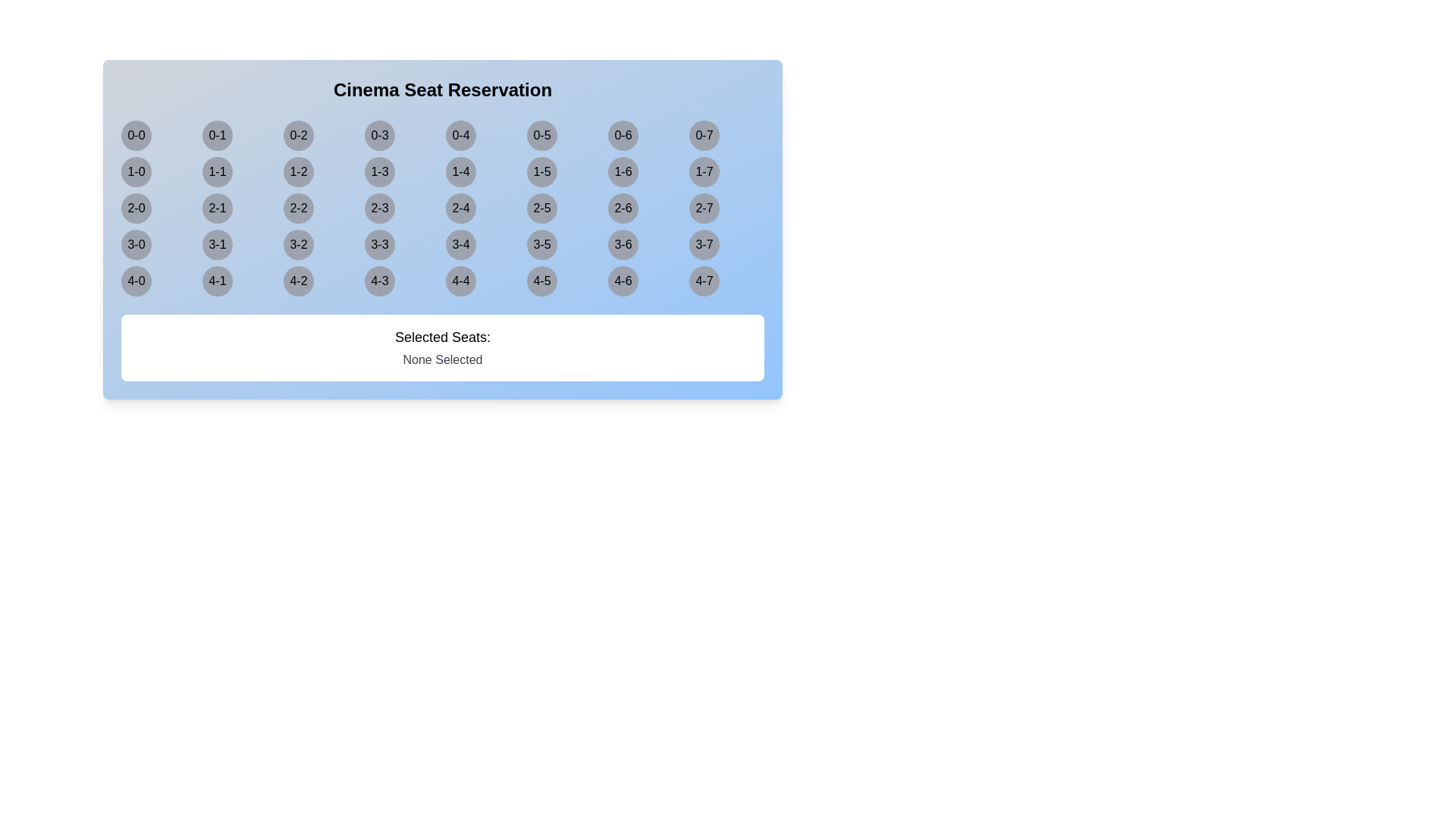 This screenshot has width=1456, height=819. I want to click on the circular button labeled '3-6' with a gray background, so click(623, 244).